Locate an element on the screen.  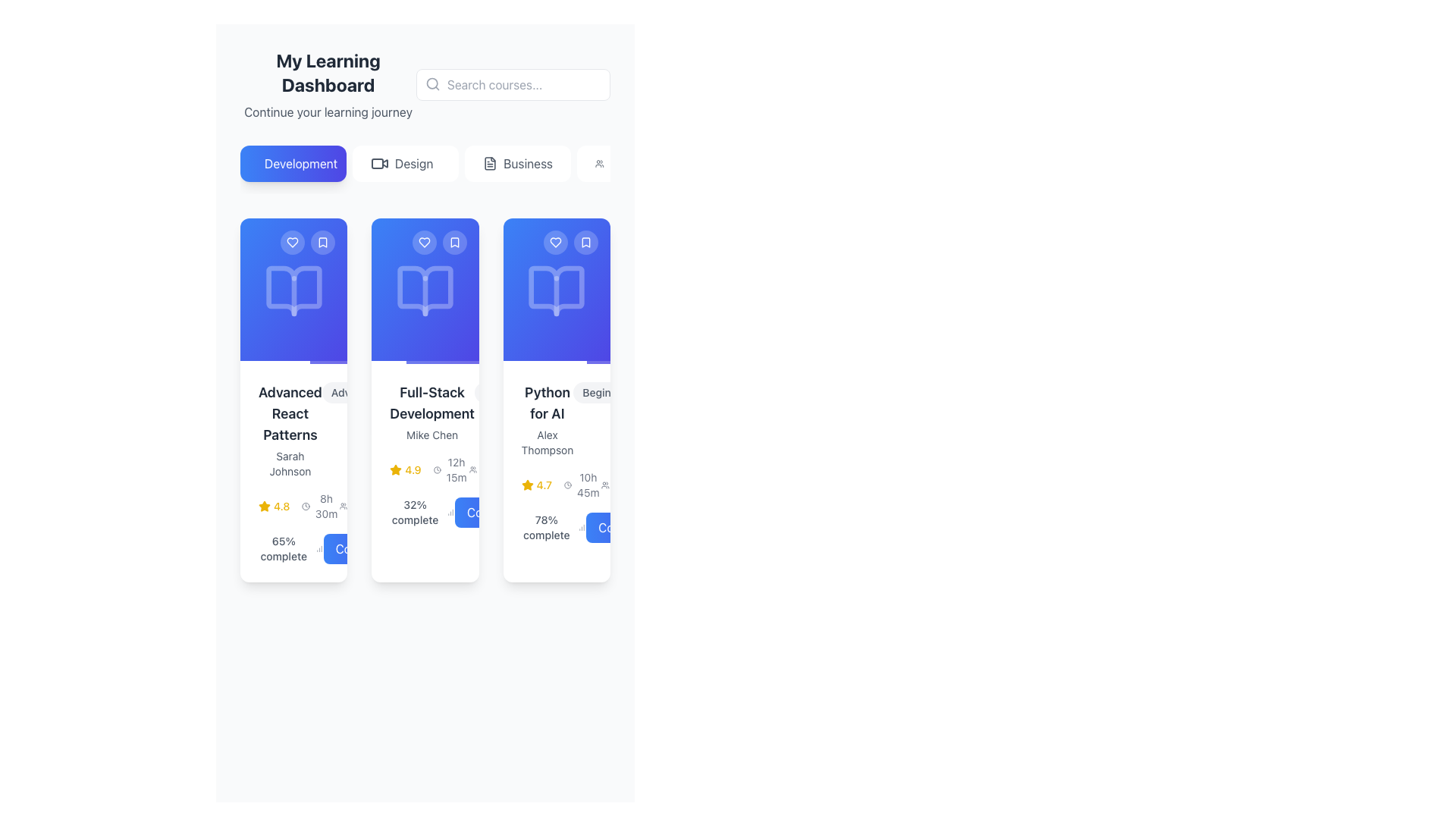
the 'Beginner' text label located at the top-right corner of the 'Python for AI' course card is located at coordinates (604, 391).